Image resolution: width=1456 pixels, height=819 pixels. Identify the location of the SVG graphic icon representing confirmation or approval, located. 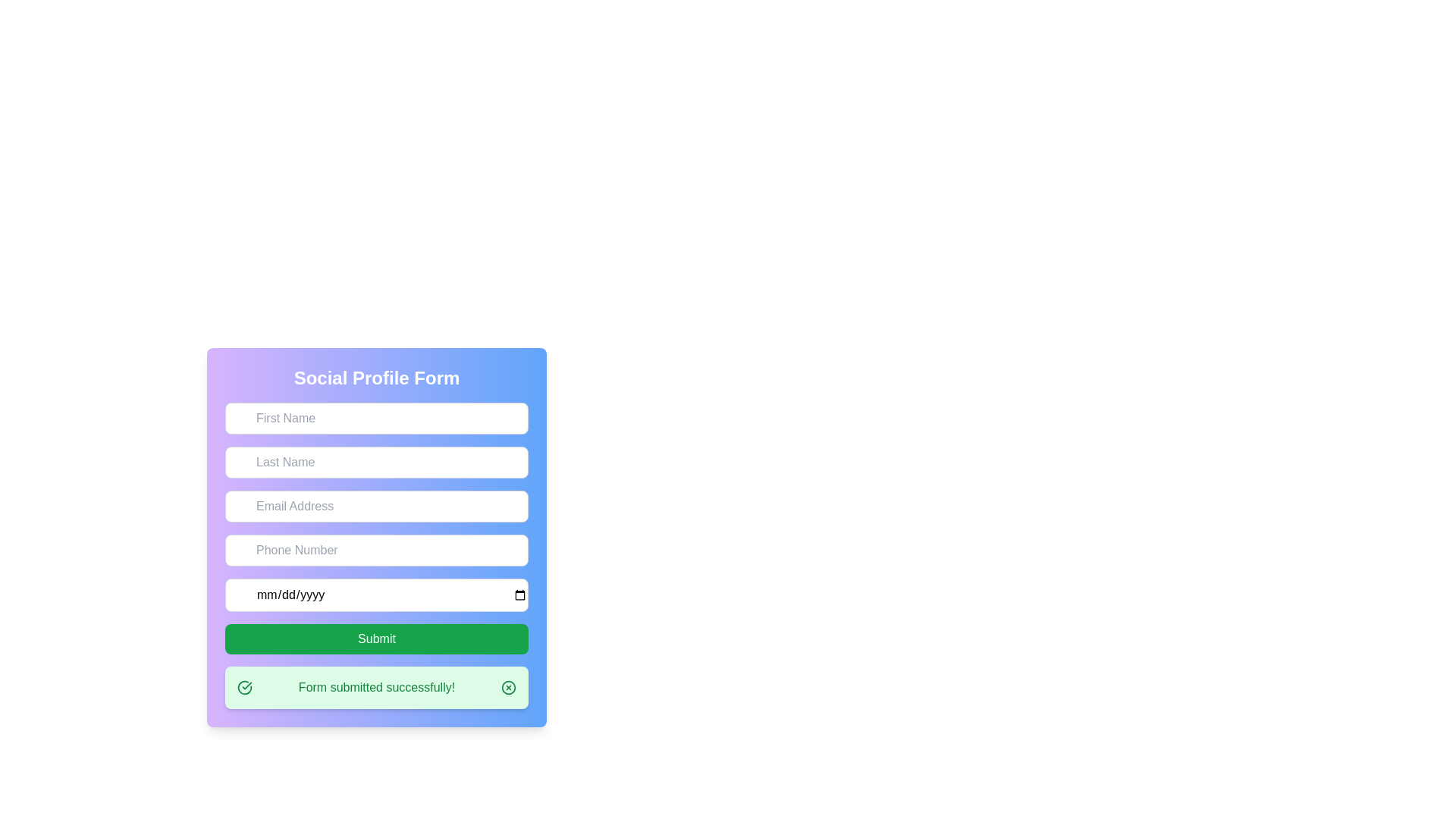
(244, 687).